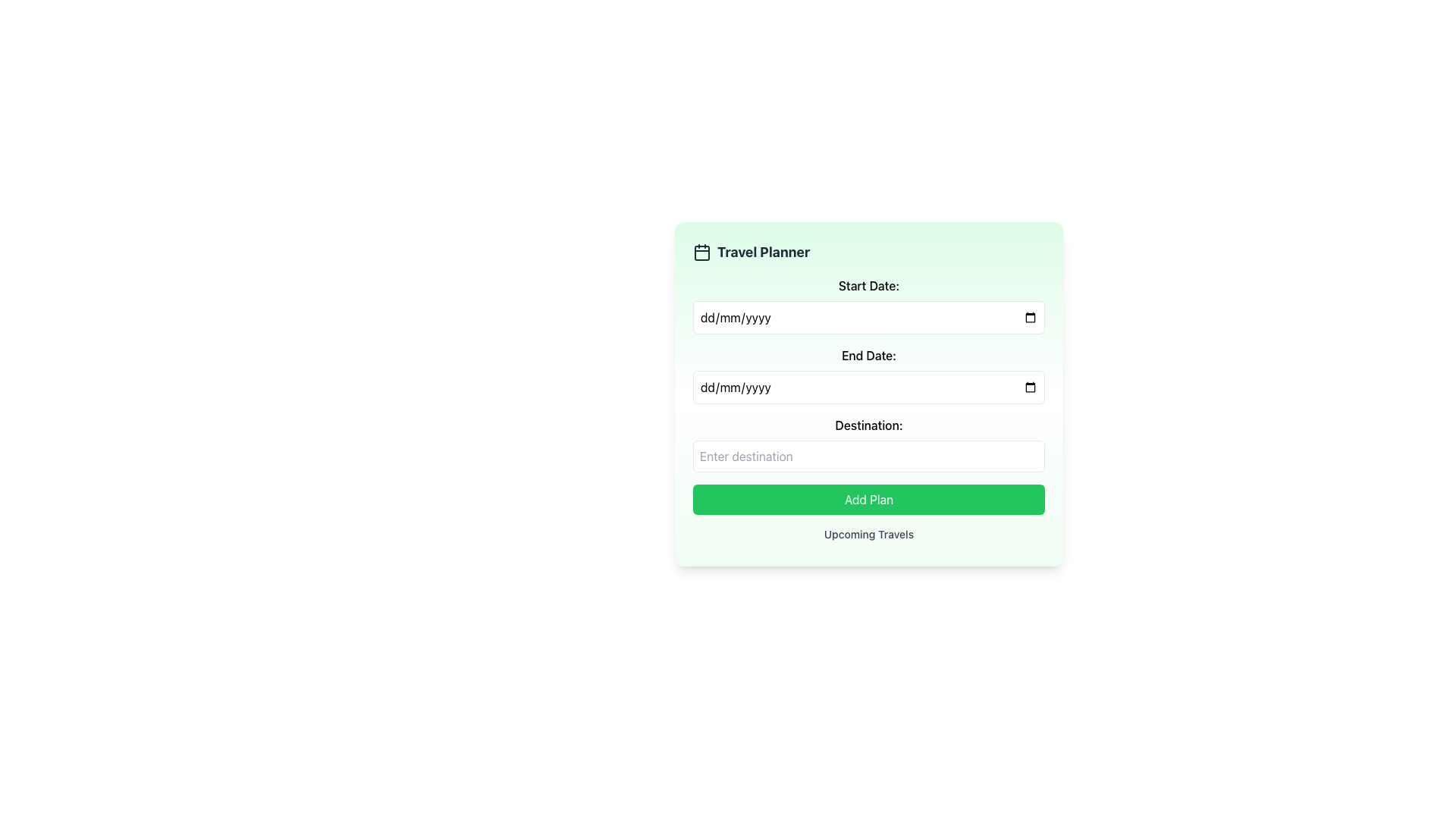 Image resolution: width=1456 pixels, height=819 pixels. I want to click on the text element displaying 'Upcoming Travels', located at the bottom of the 'Travel Planner' section, directly below the 'Add Plan' button, so click(869, 534).